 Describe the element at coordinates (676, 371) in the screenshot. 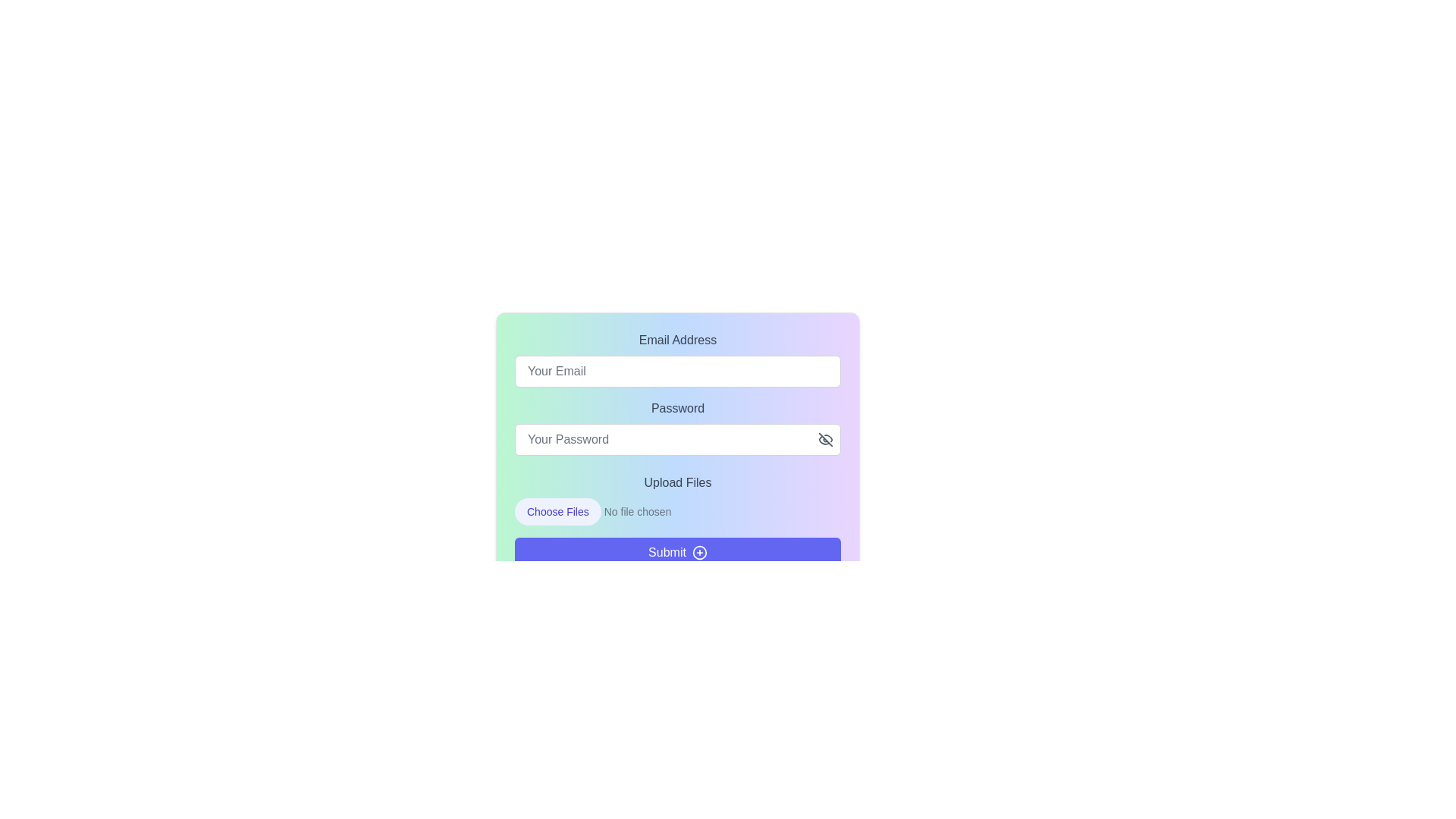

I see `the input field labeled 'Your Email' to focus on it` at that location.